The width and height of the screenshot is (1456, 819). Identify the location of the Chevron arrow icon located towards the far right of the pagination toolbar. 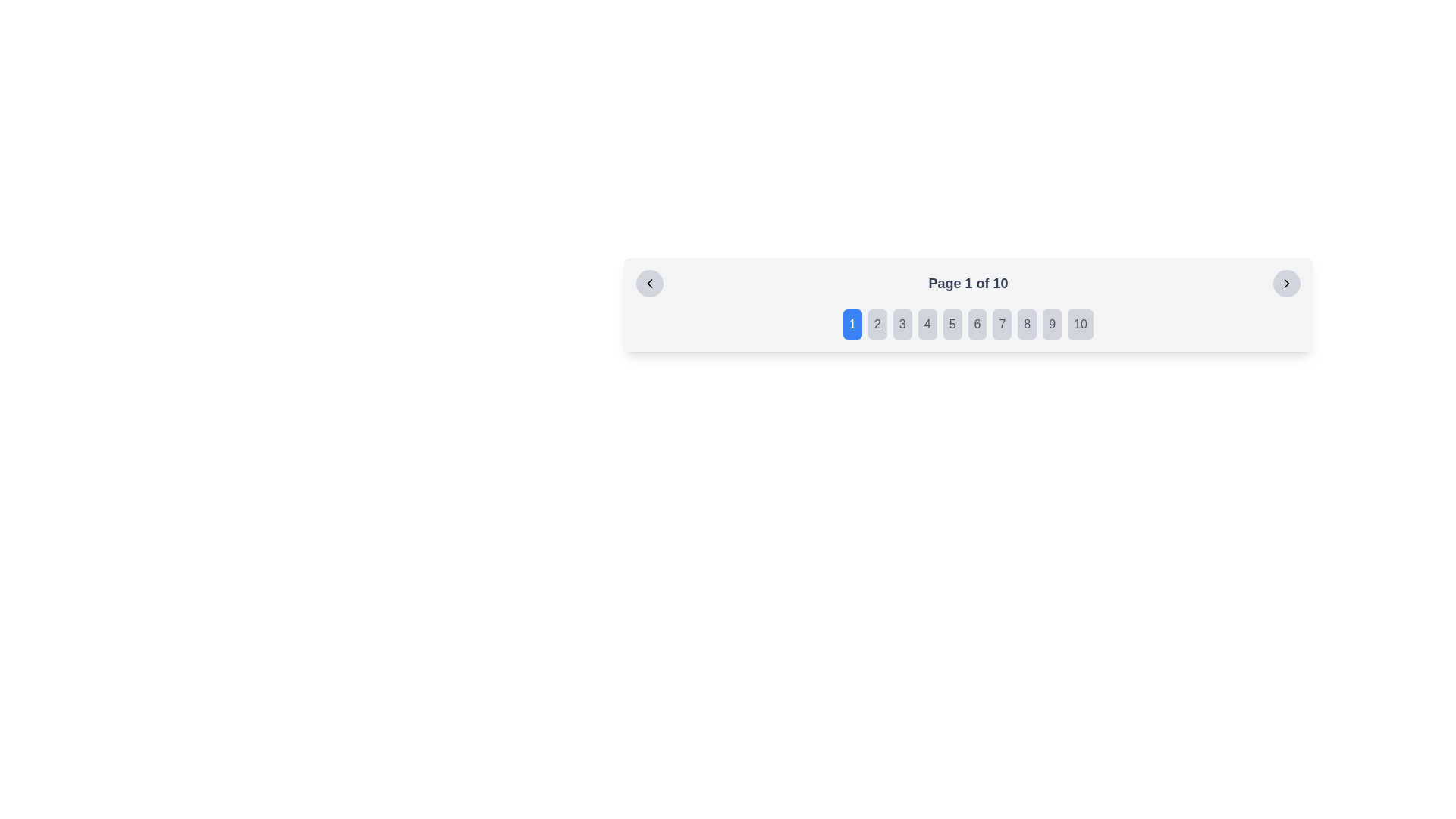
(1285, 284).